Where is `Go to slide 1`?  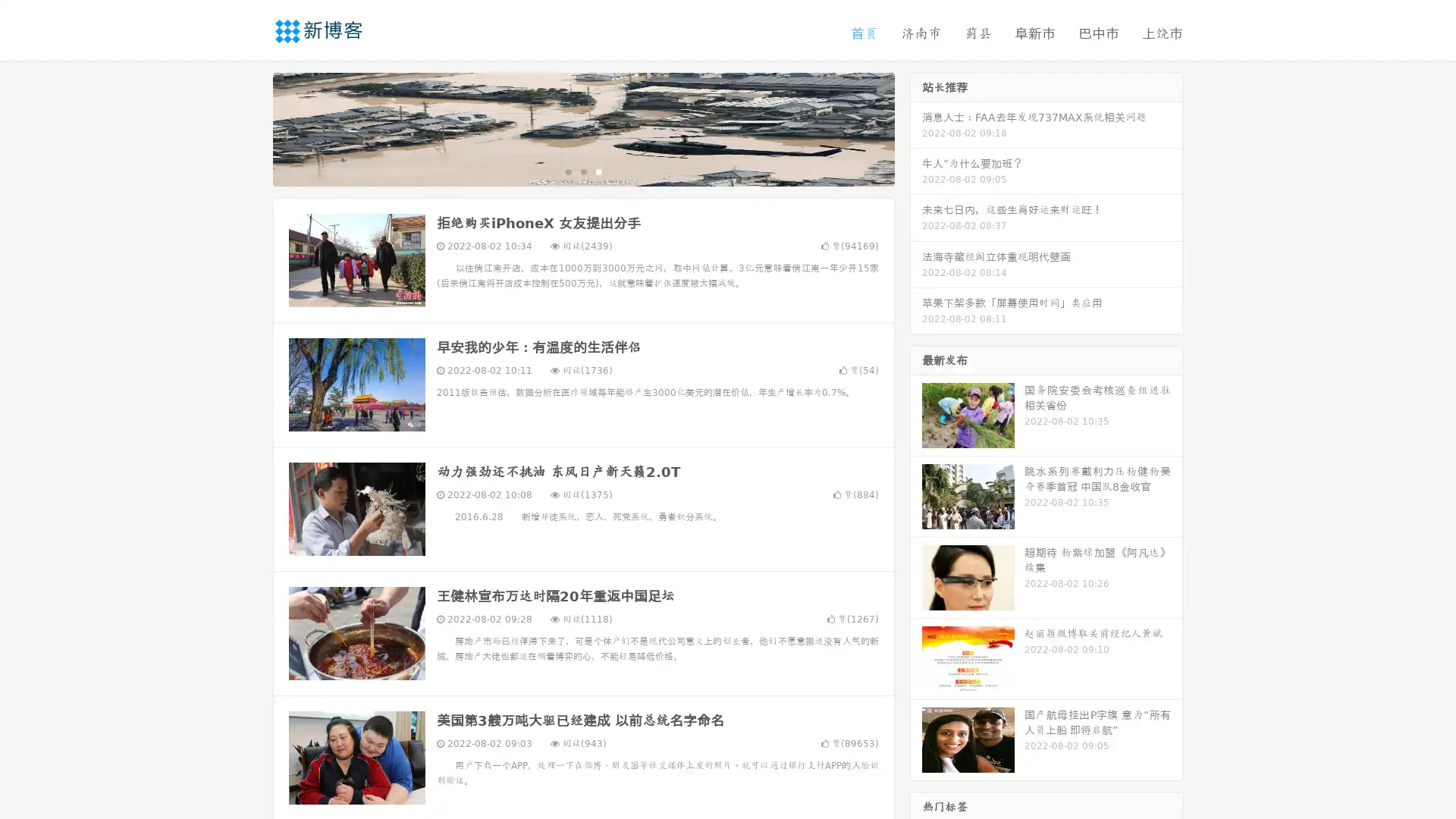
Go to slide 1 is located at coordinates (567, 171).